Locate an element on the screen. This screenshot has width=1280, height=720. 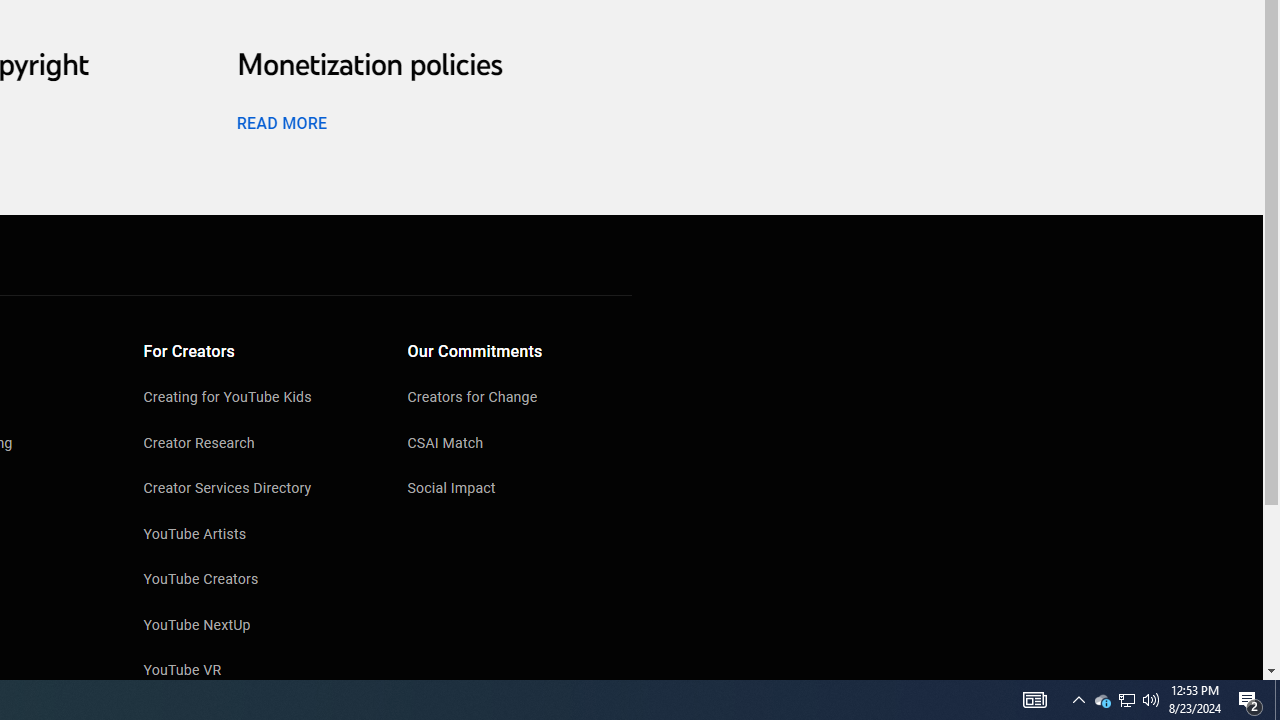
'Creator Research' is located at coordinates (255, 443).